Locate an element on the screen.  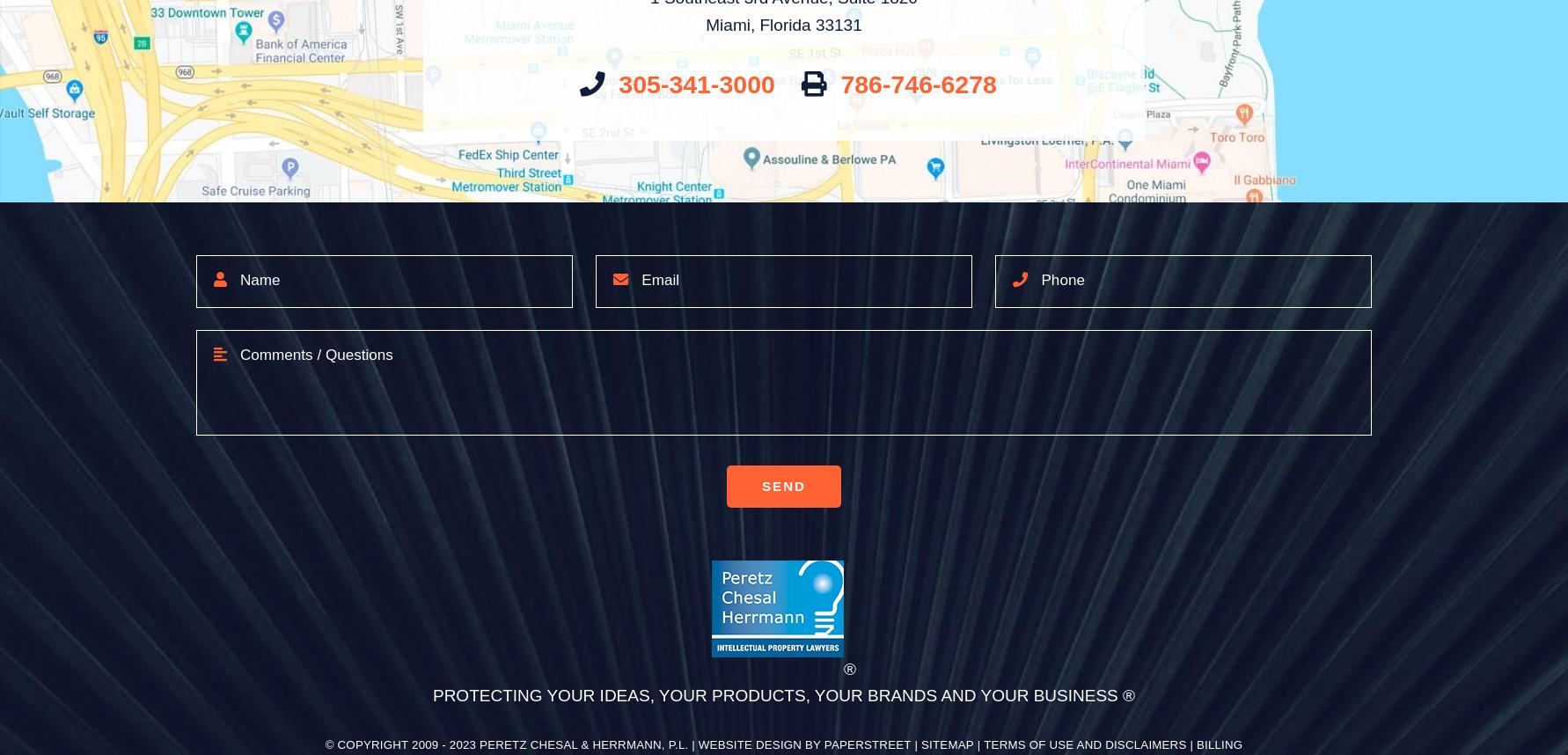
'Website Design by PaperStreet' is located at coordinates (803, 744).